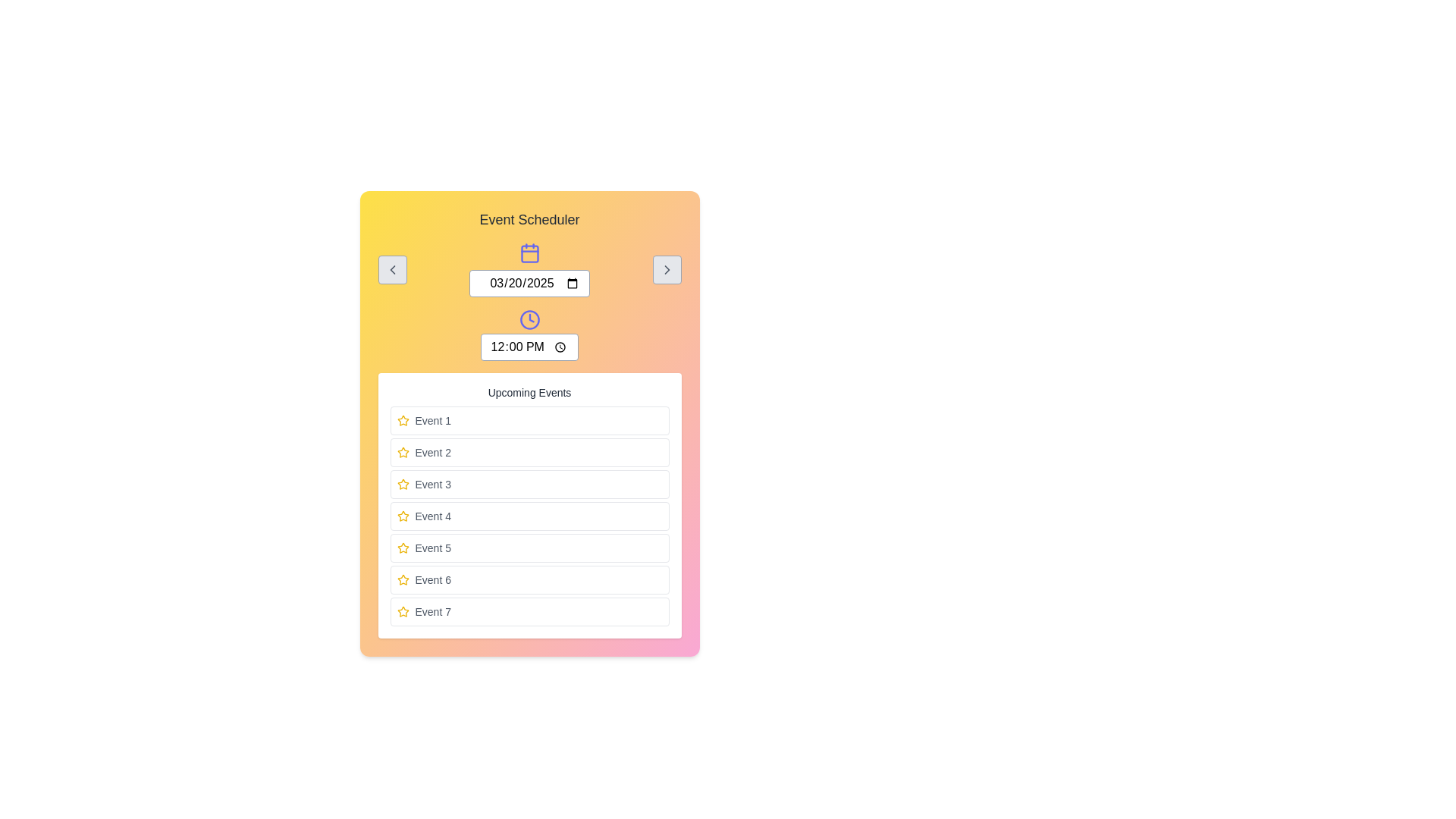 The width and height of the screenshot is (1456, 819). Describe the element at coordinates (667, 268) in the screenshot. I see `the rightward navigation vector graphic element located in the top-right corner of the interface` at that location.